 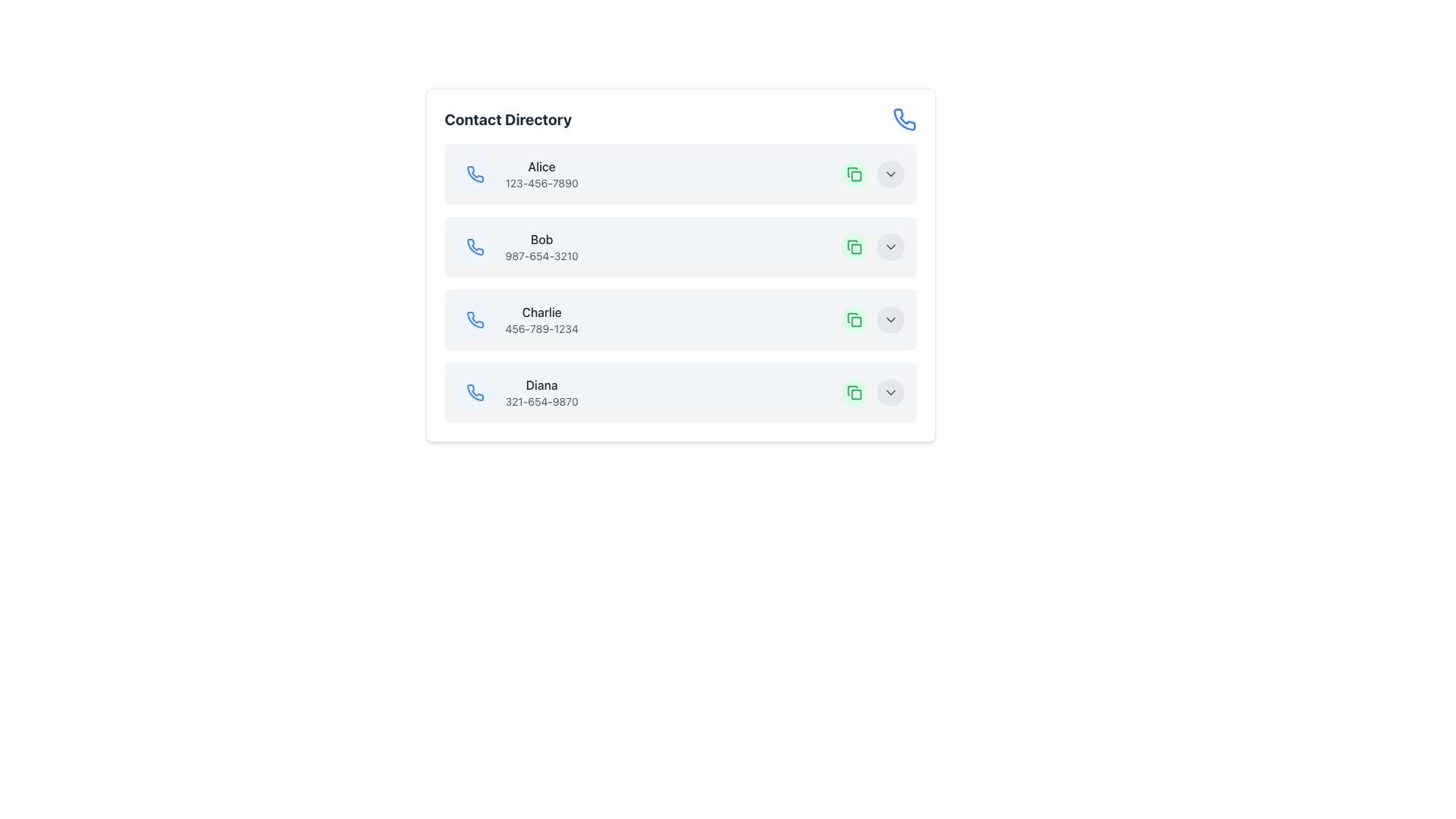 I want to click on the downward-pointing chevron icon to the far right of 'Bob' in the 'Contact Directory', so click(x=890, y=246).